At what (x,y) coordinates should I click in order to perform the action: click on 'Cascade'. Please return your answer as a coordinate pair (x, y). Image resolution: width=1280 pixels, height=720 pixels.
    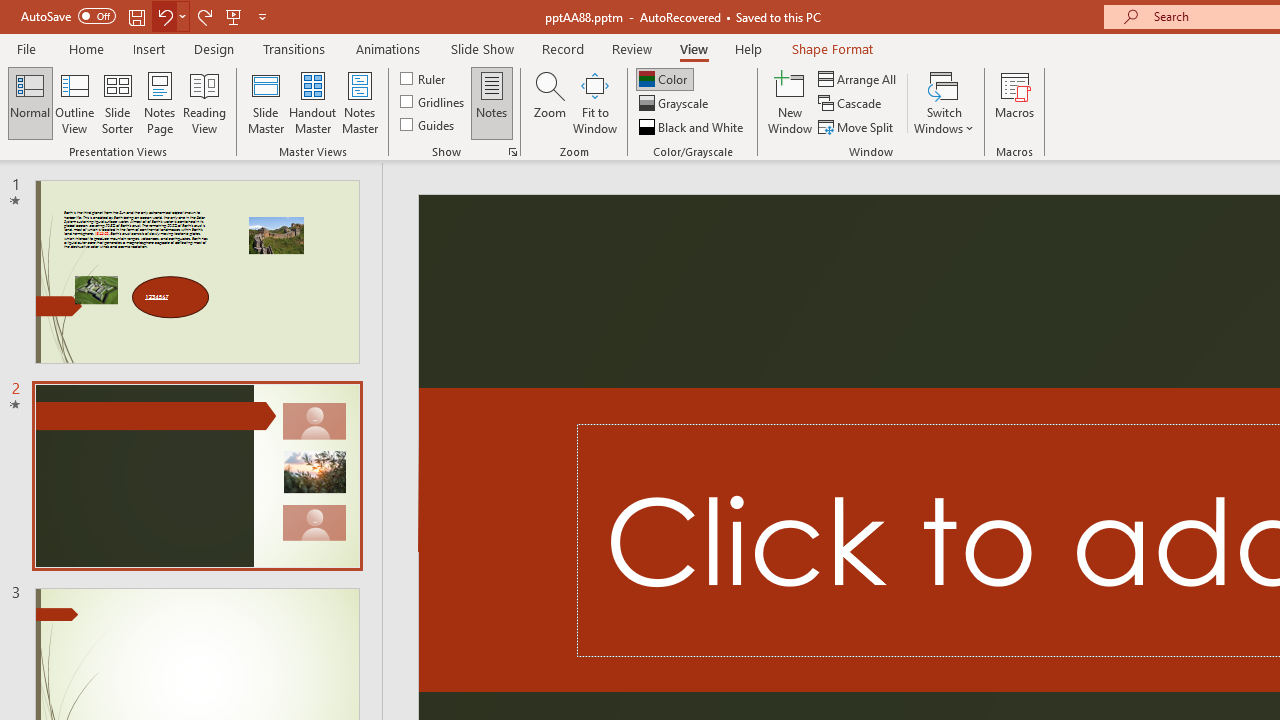
    Looking at the image, I should click on (851, 103).